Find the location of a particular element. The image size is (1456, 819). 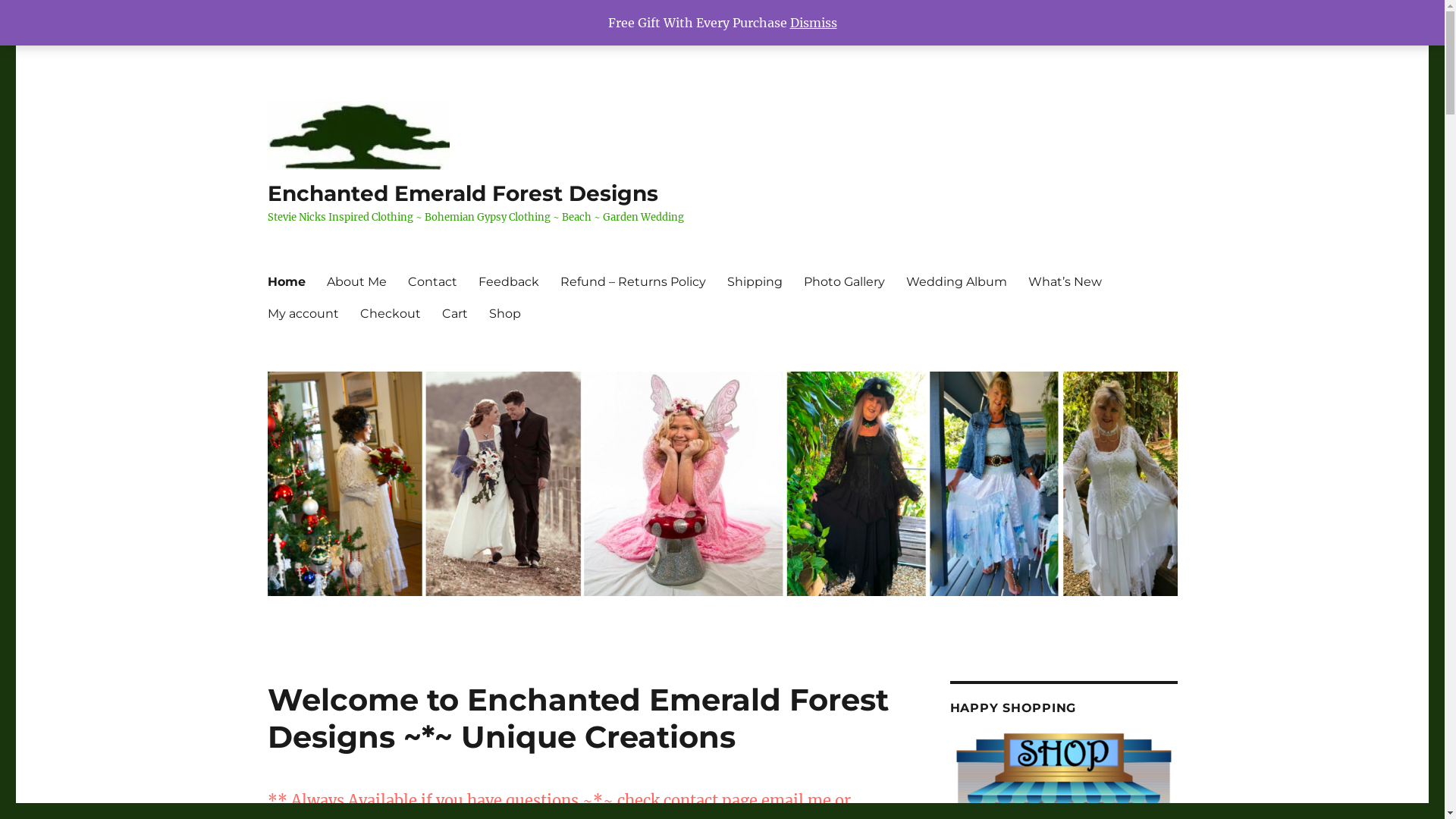

'About Me' is located at coordinates (315, 281).